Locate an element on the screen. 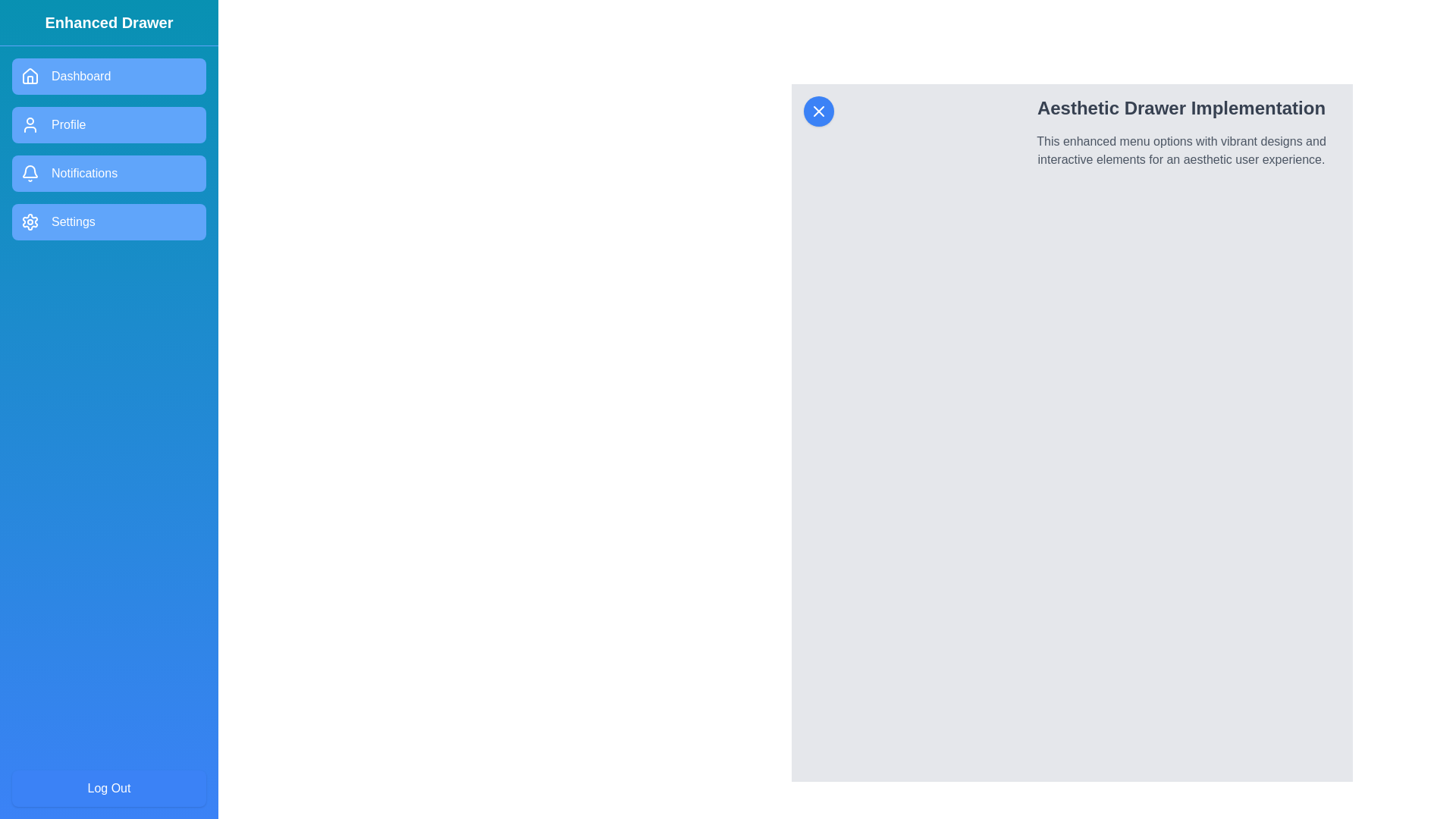 The height and width of the screenshot is (819, 1456). the text block containing the content 'This enhanced menu options with vibrant designs and interactive elements for an aesthetic user experience.' which is styled with gray font color and positioned below the title 'Aesthetic Drawer Implementation.' is located at coordinates (1181, 151).